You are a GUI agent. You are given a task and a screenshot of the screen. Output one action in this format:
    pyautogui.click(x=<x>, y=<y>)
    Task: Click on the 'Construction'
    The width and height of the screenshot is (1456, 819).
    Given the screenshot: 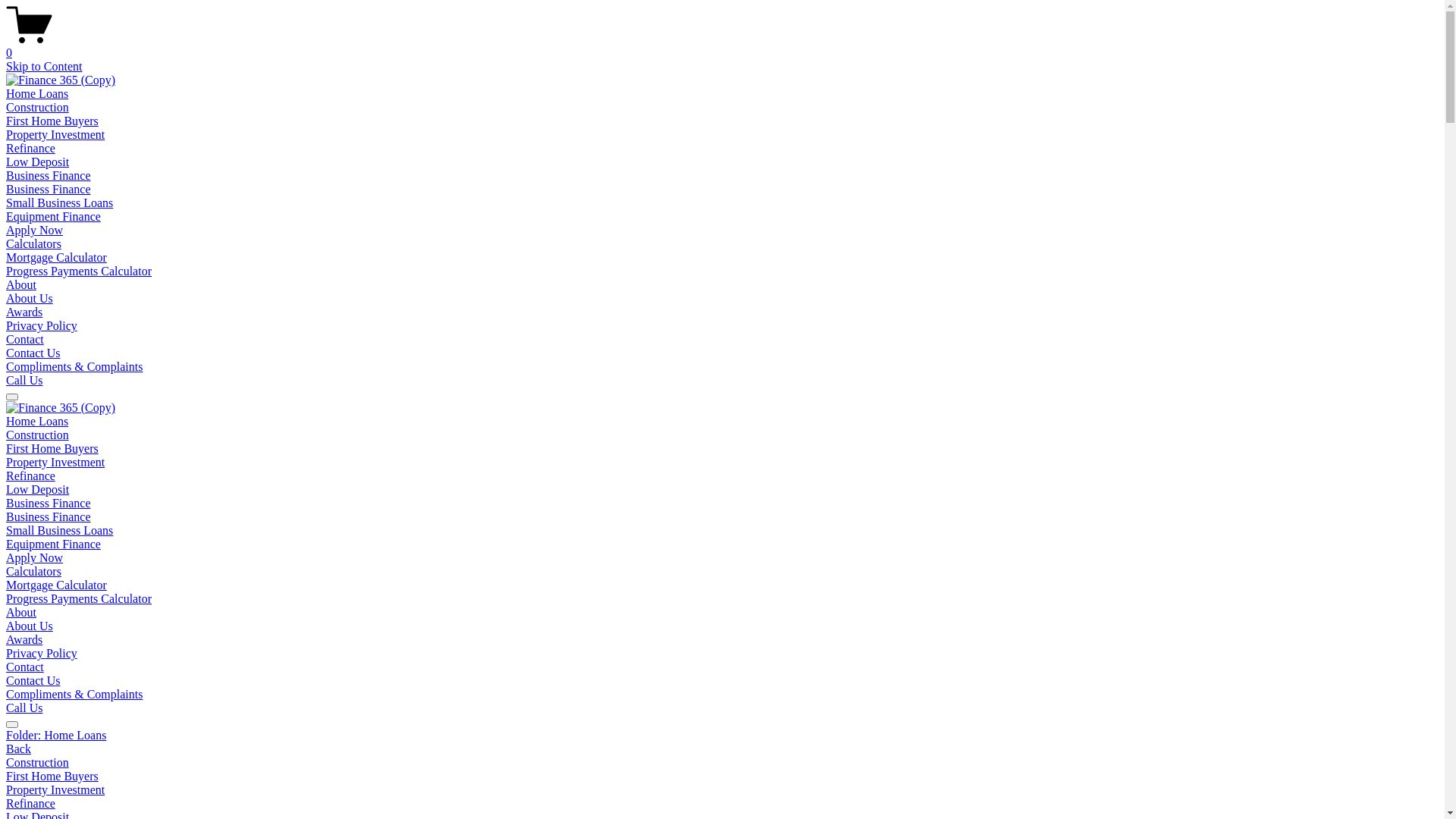 What is the action you would take?
    pyautogui.click(x=6, y=435)
    